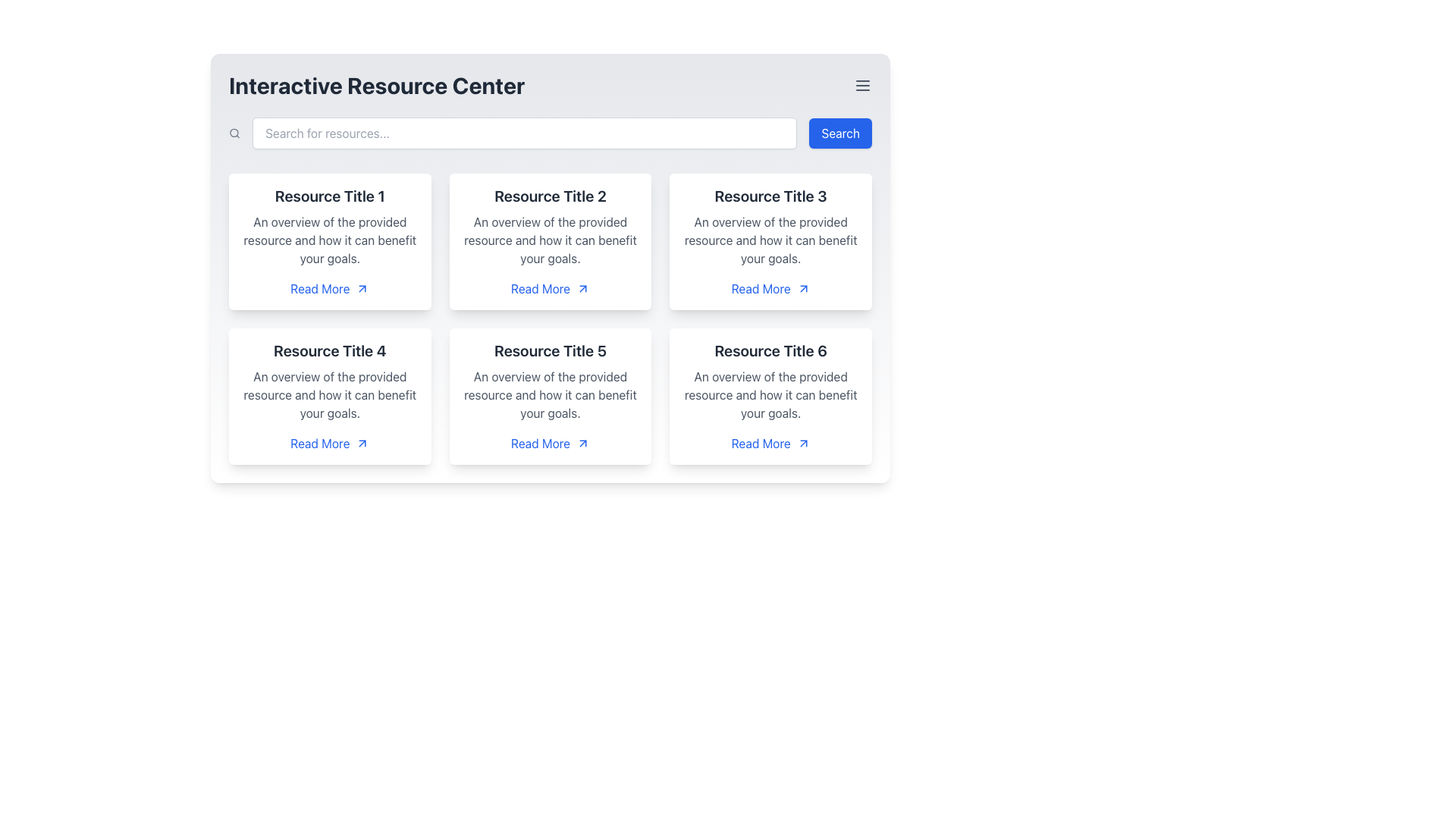  I want to click on the title text 'Interactive Resource Center' located in the top left of the page within the light gray header, so click(377, 85).